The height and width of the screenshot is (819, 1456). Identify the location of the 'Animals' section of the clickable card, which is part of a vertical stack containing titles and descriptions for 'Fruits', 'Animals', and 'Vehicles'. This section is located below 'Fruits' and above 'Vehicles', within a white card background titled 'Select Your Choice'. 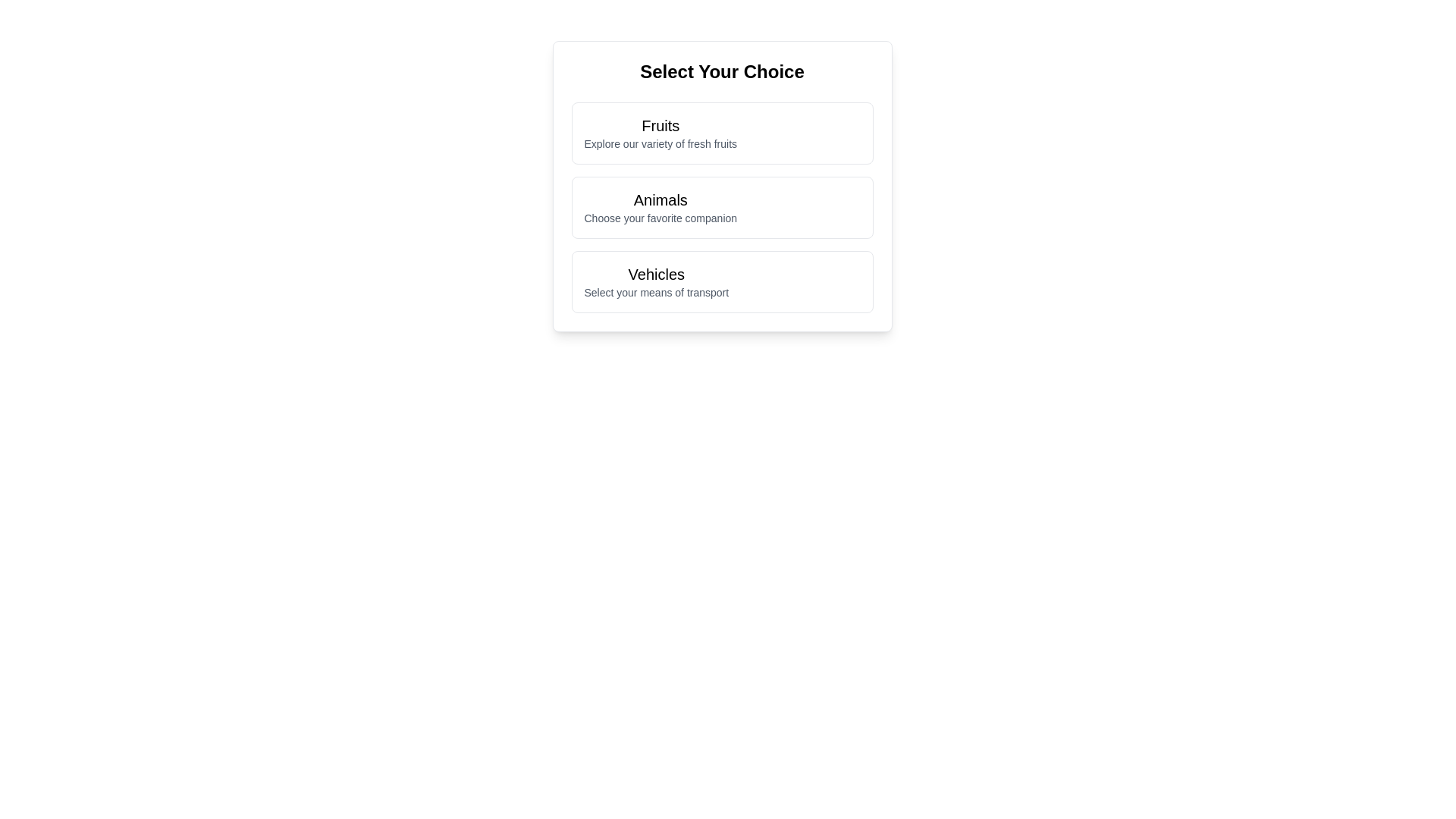
(721, 207).